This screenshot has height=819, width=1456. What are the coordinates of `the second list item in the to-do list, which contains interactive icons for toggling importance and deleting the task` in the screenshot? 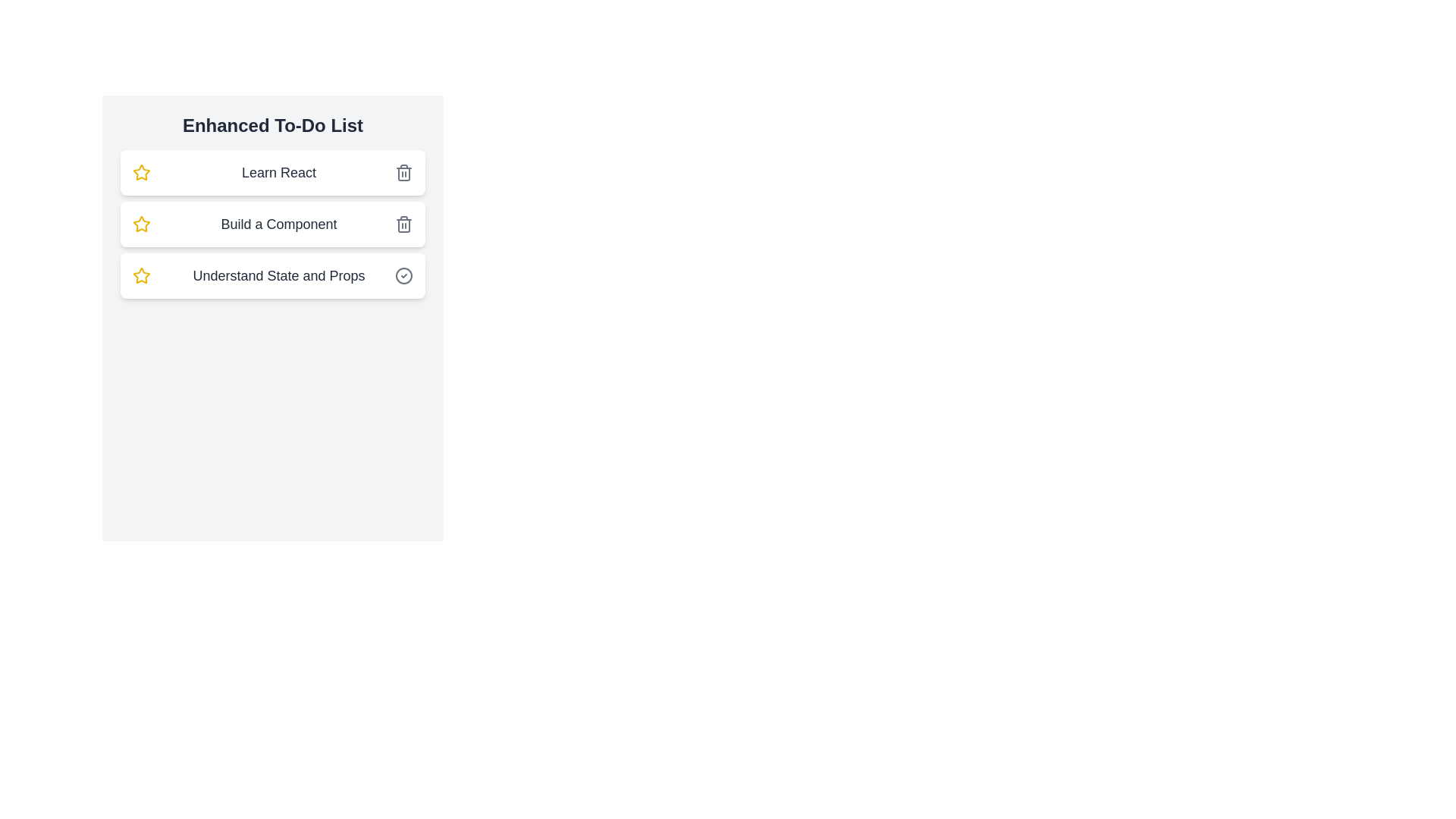 It's located at (273, 224).